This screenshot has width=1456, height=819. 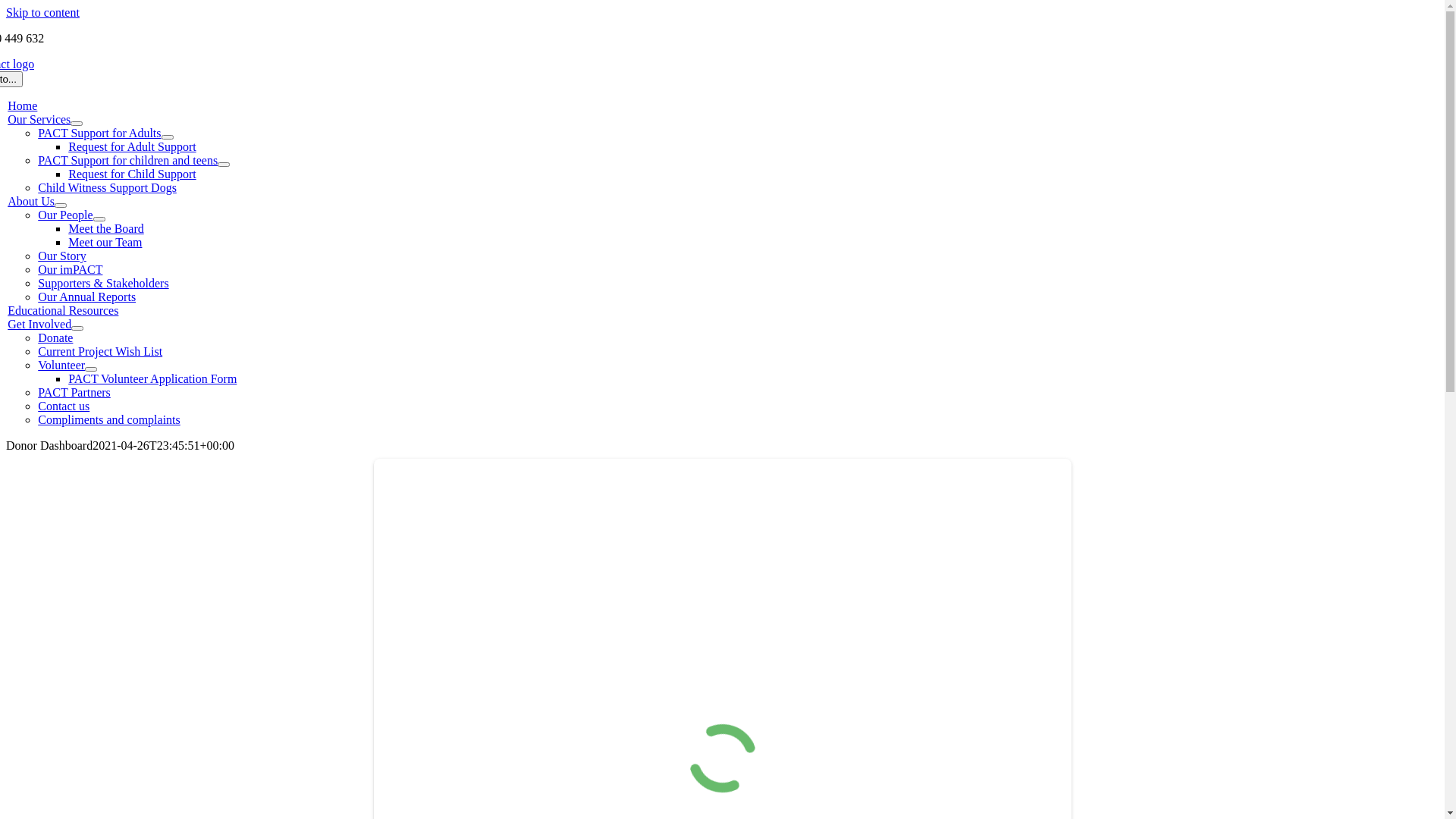 I want to click on 'Supporters & Stakeholders', so click(x=102, y=283).